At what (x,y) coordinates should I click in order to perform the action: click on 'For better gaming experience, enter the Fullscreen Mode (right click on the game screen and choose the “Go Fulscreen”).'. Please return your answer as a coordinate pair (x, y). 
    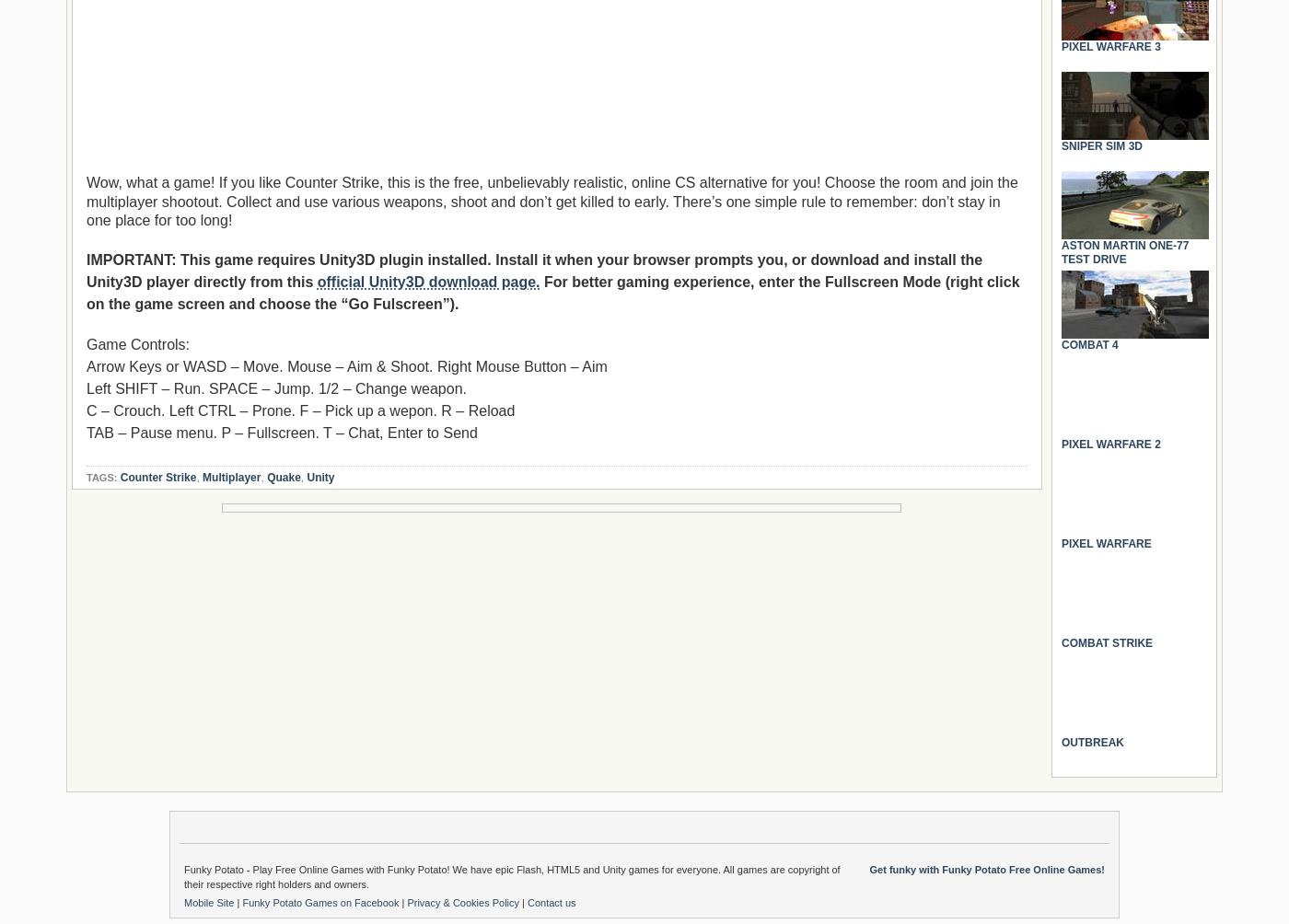
    Looking at the image, I should click on (86, 293).